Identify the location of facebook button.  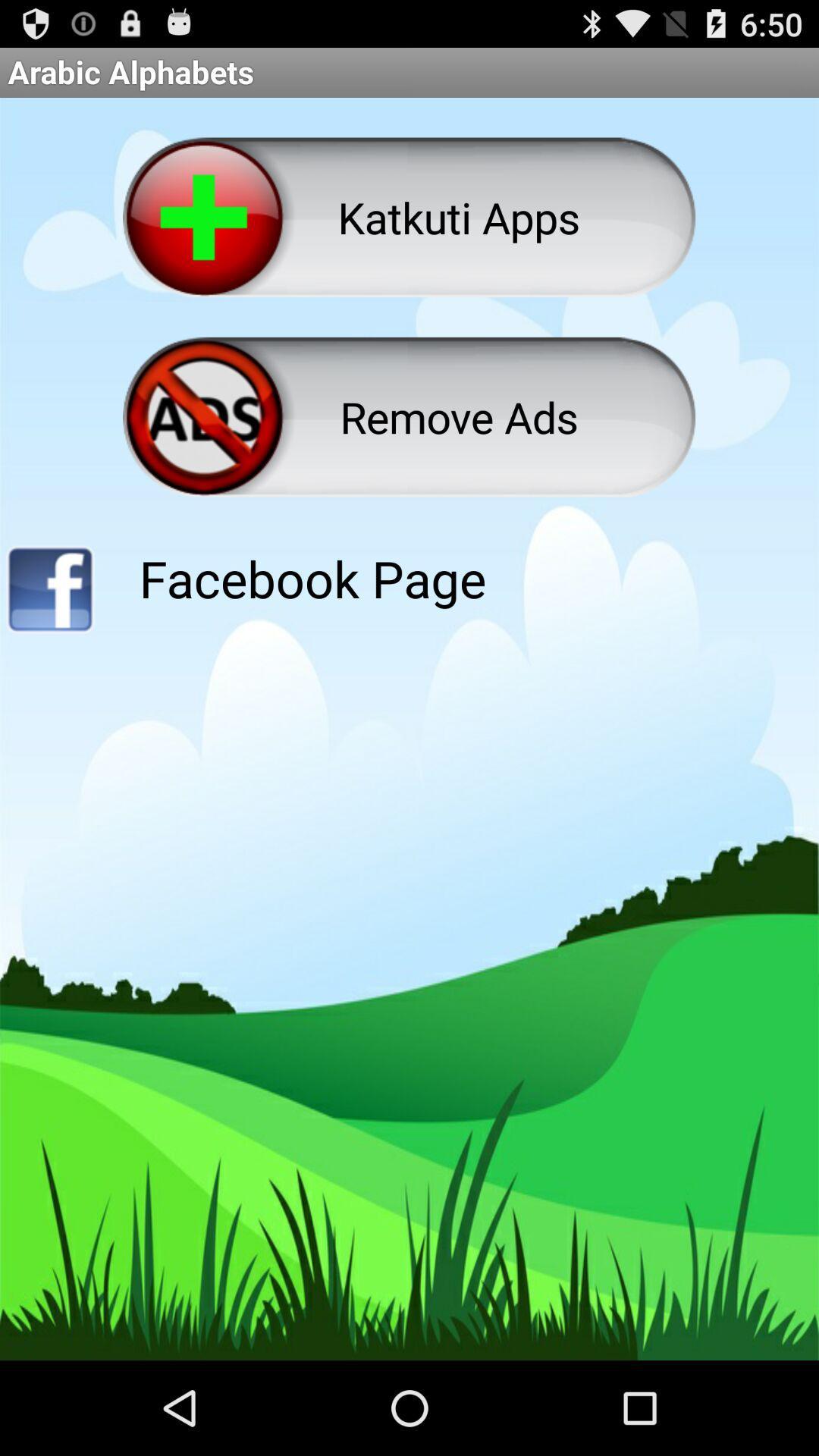
(49, 594).